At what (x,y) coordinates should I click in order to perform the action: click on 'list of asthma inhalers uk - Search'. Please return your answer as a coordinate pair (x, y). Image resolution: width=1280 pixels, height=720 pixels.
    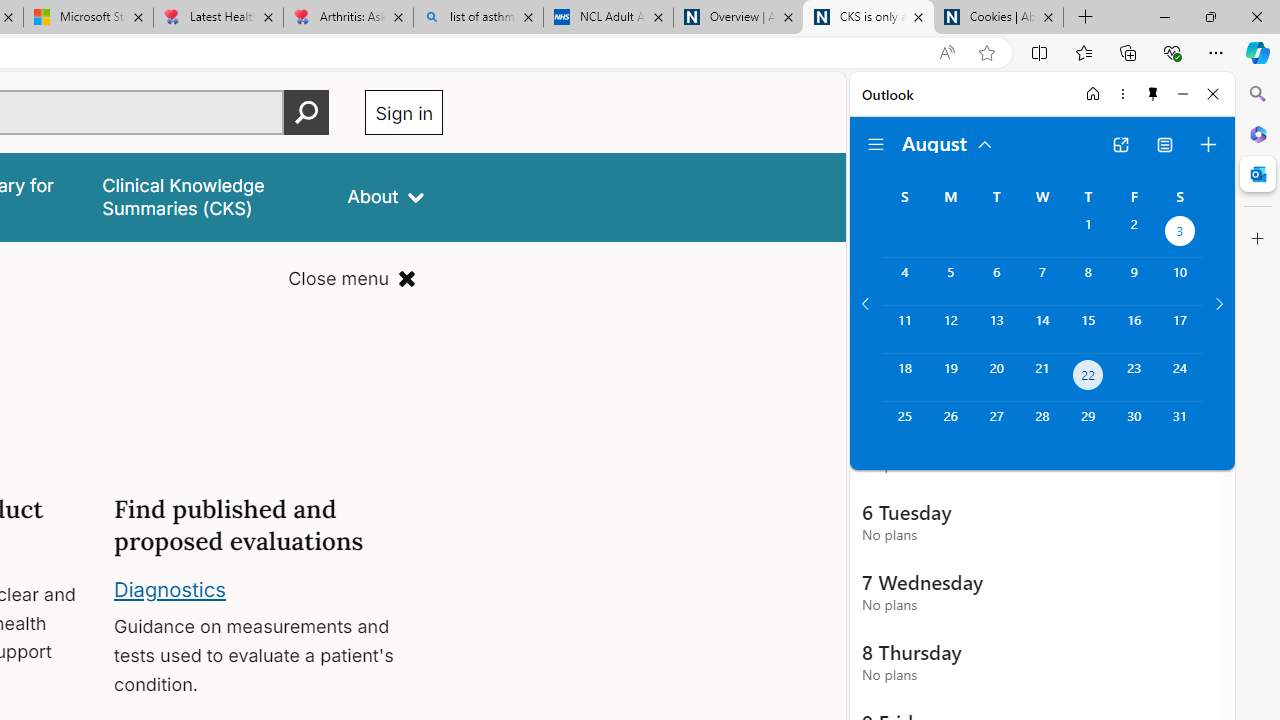
    Looking at the image, I should click on (477, 17).